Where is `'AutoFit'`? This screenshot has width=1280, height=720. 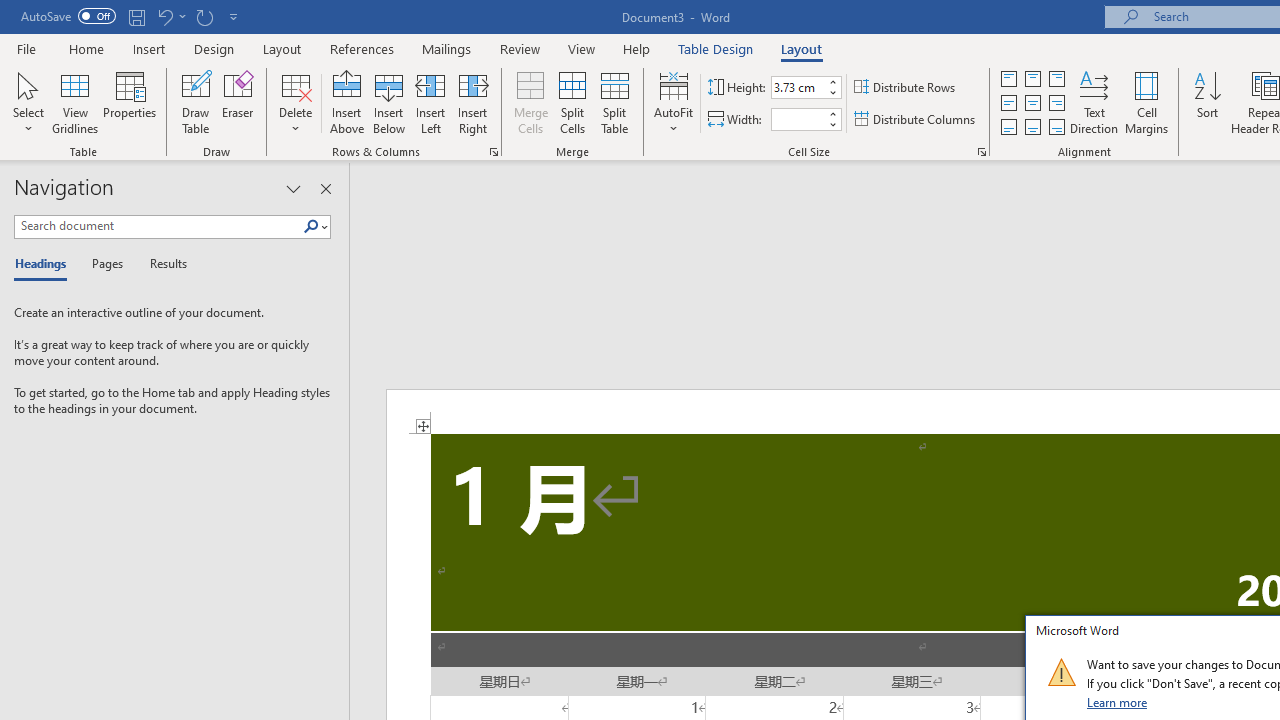
'AutoFit' is located at coordinates (673, 103).